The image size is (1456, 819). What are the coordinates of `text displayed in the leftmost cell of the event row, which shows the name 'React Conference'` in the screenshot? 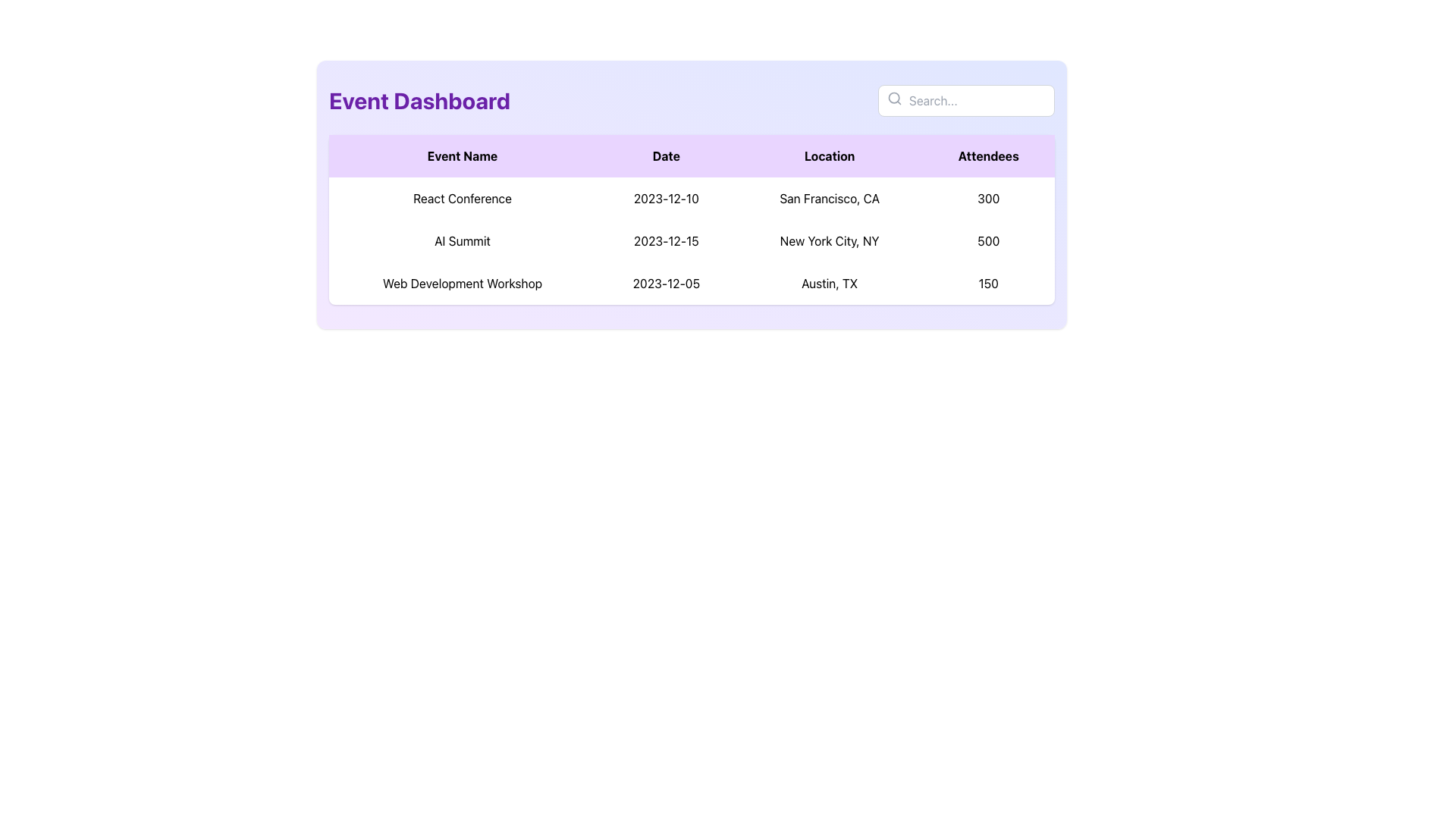 It's located at (461, 198).